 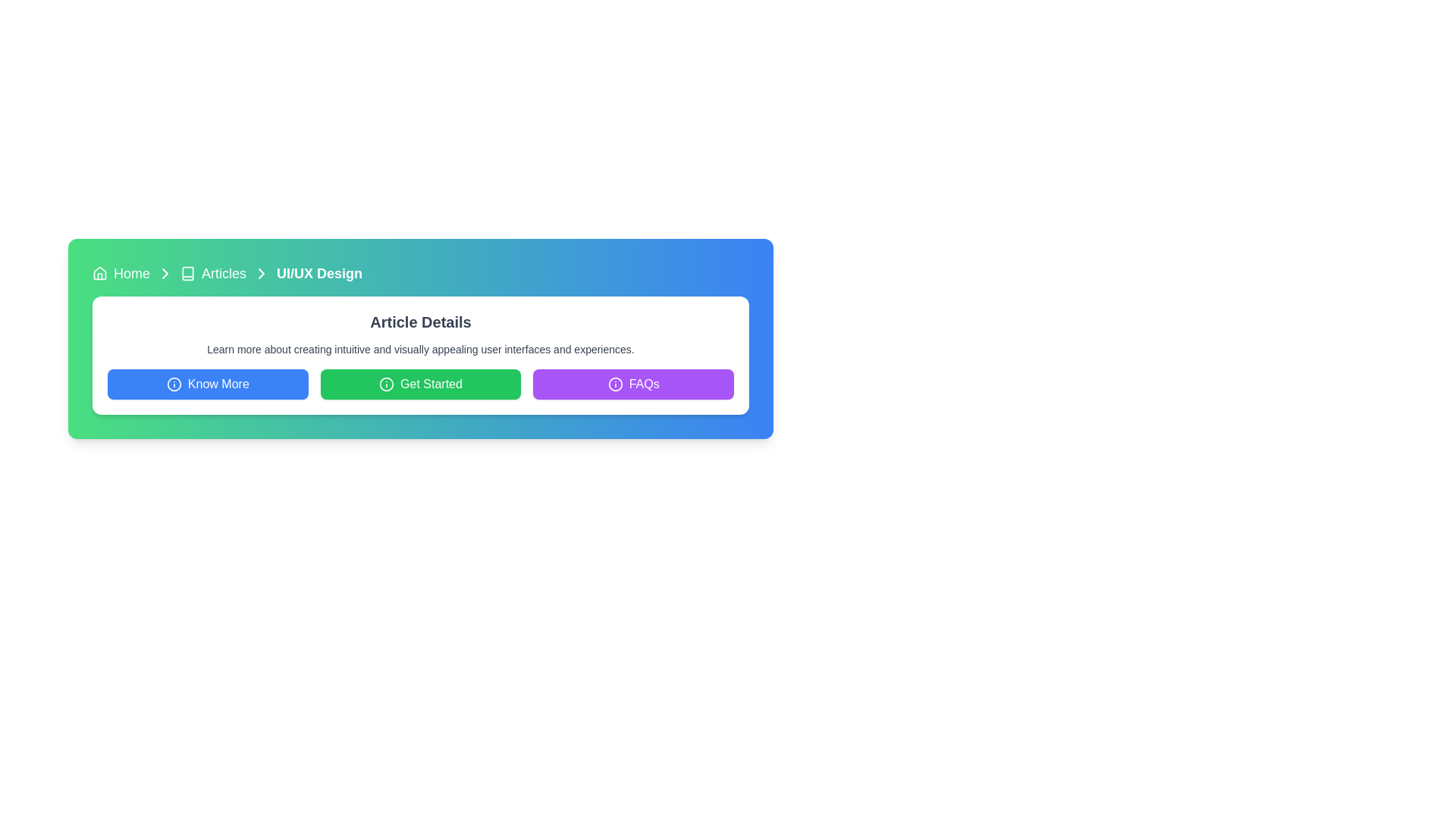 I want to click on the 'Get Started' button, which contains an information icon styled with thin lines and a green background, located beneath the 'Article Details' header, so click(x=387, y=383).